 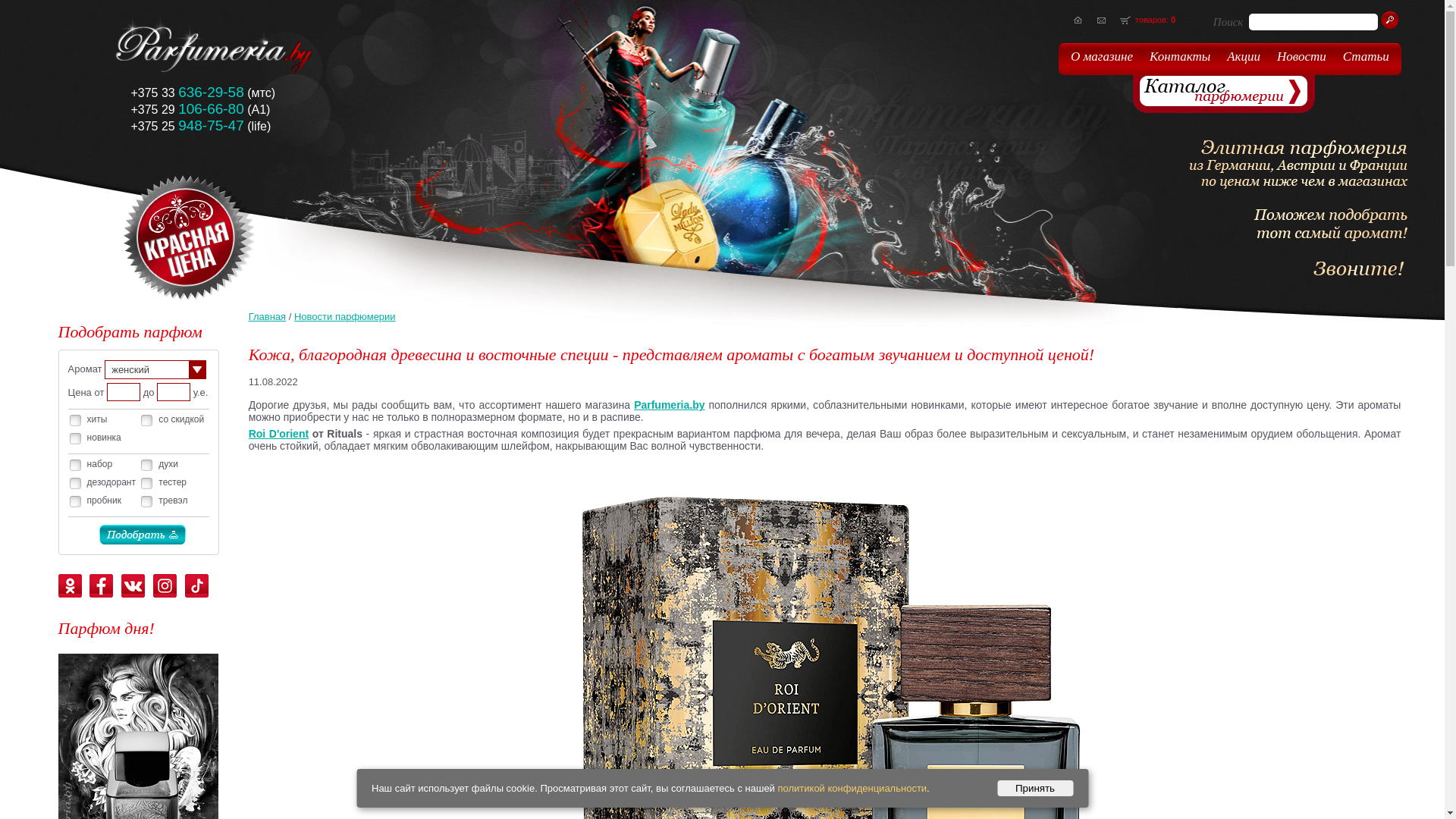 I want to click on 'Parfumeria.by', so click(x=633, y=403).